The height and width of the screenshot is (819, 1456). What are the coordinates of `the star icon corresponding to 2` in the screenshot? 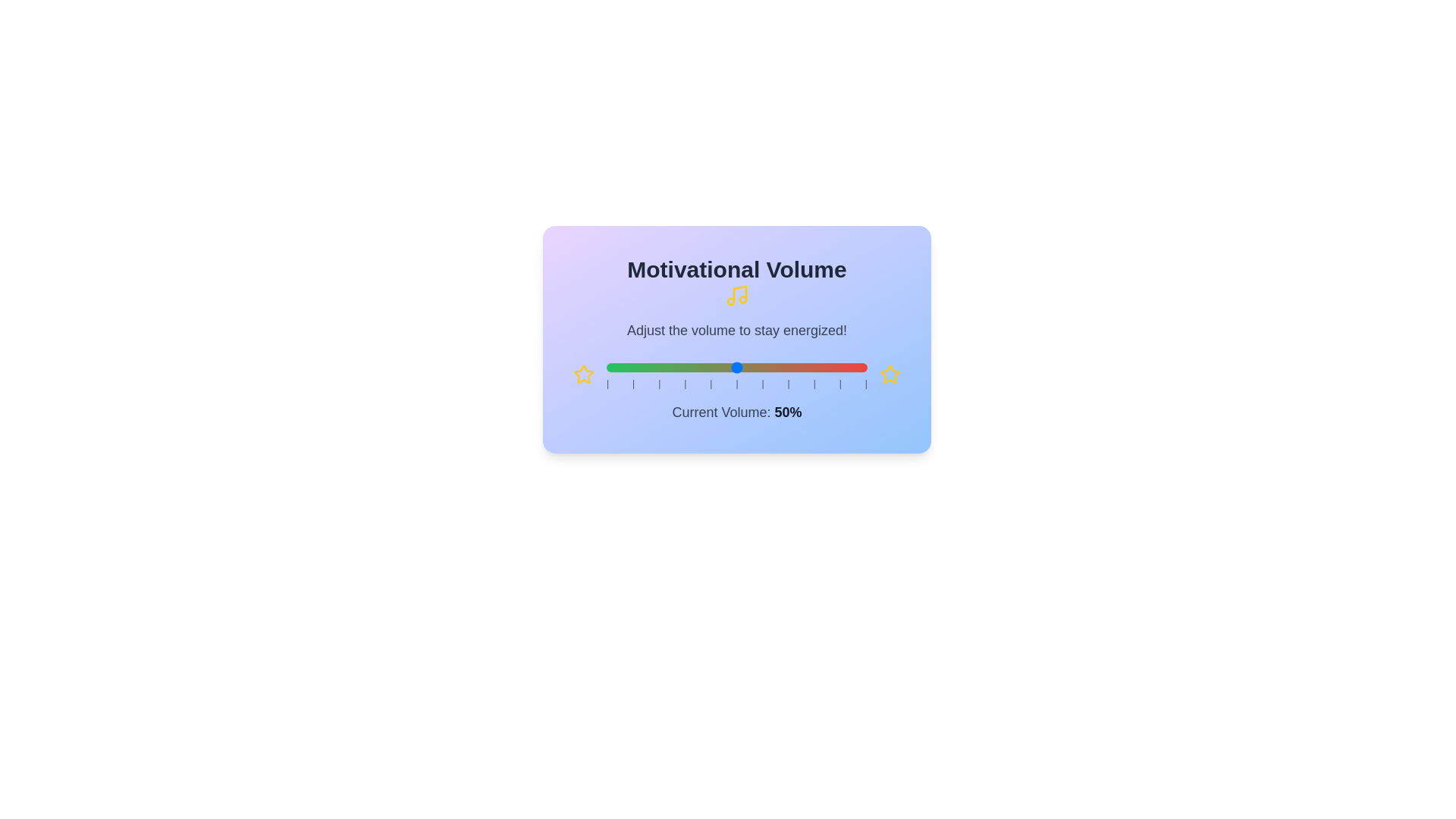 It's located at (890, 374).